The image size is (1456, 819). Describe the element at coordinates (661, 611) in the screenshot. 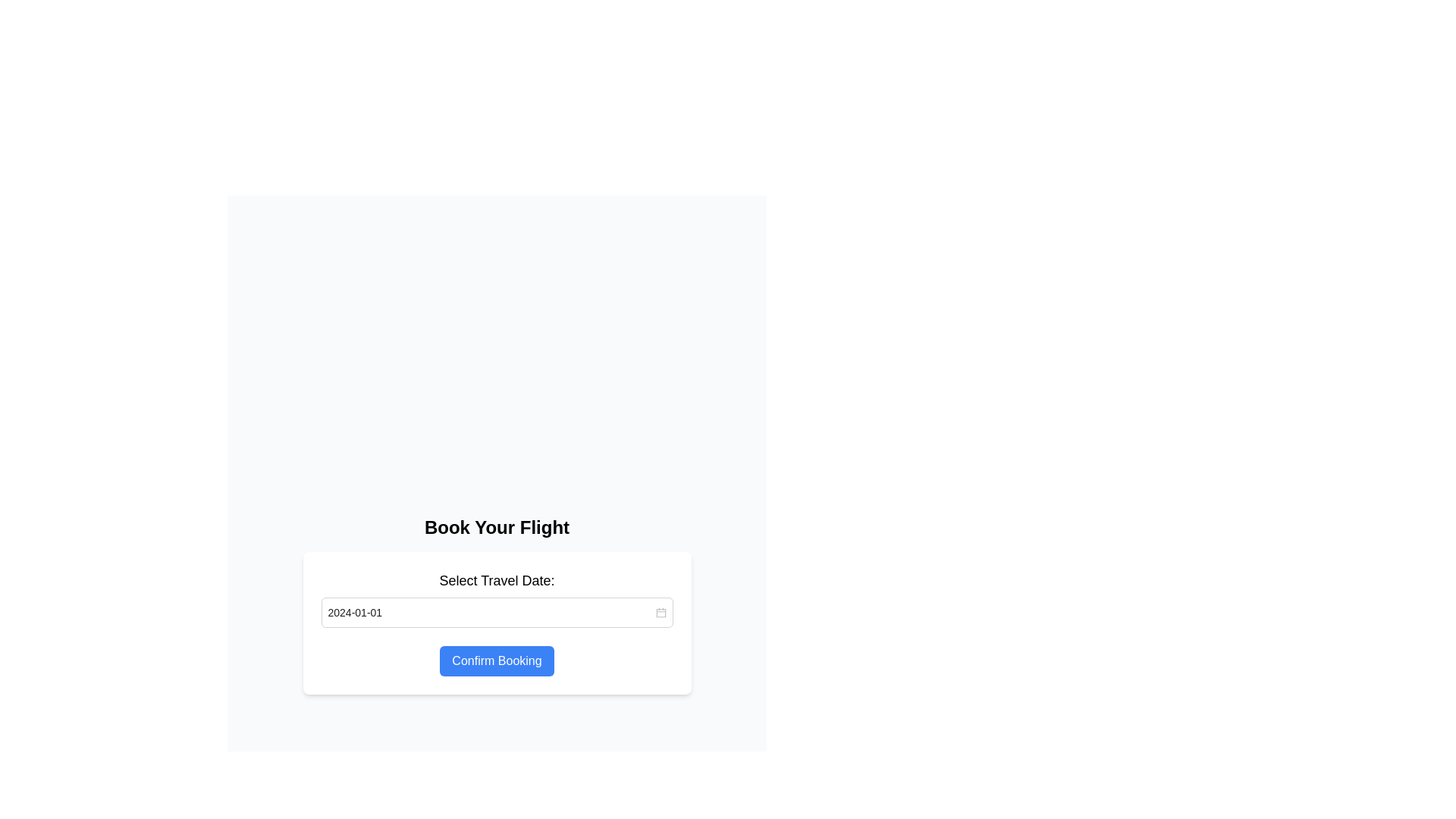

I see `the calendar icon with a gray outline and white background, located at the far right of the date picker input box, to emphasize it` at that location.